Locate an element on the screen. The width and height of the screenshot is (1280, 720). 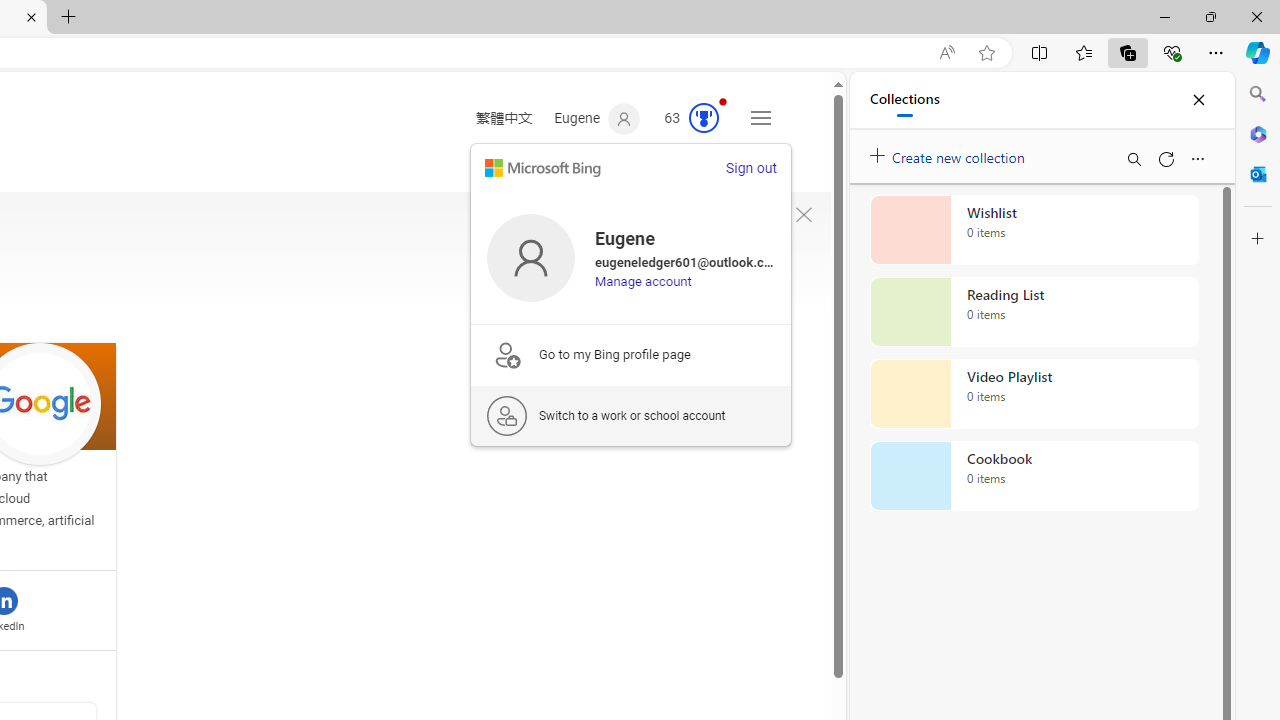
'Create new collection' is located at coordinates (950, 152).